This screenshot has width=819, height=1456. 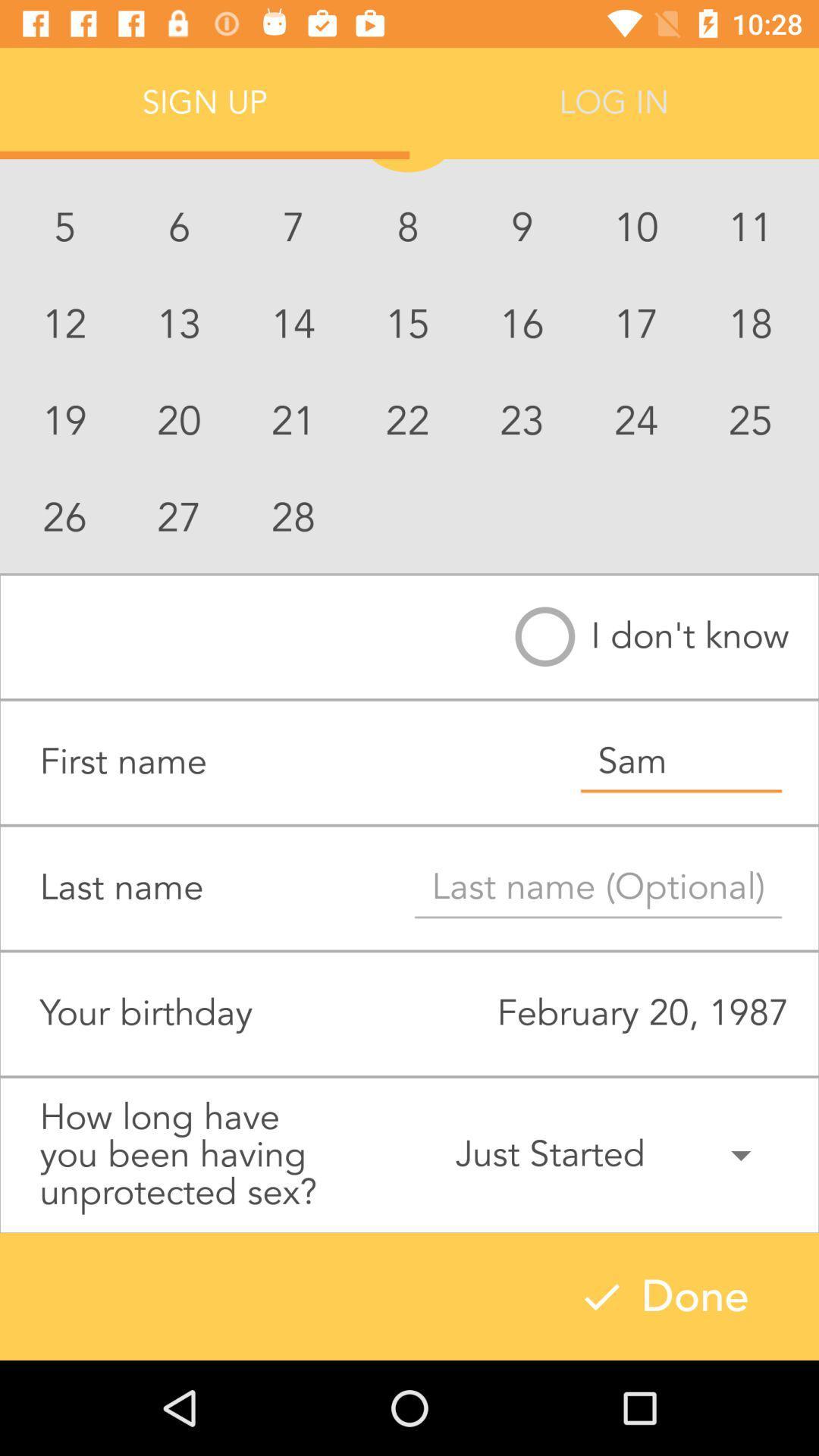 I want to click on last name, so click(x=598, y=888).